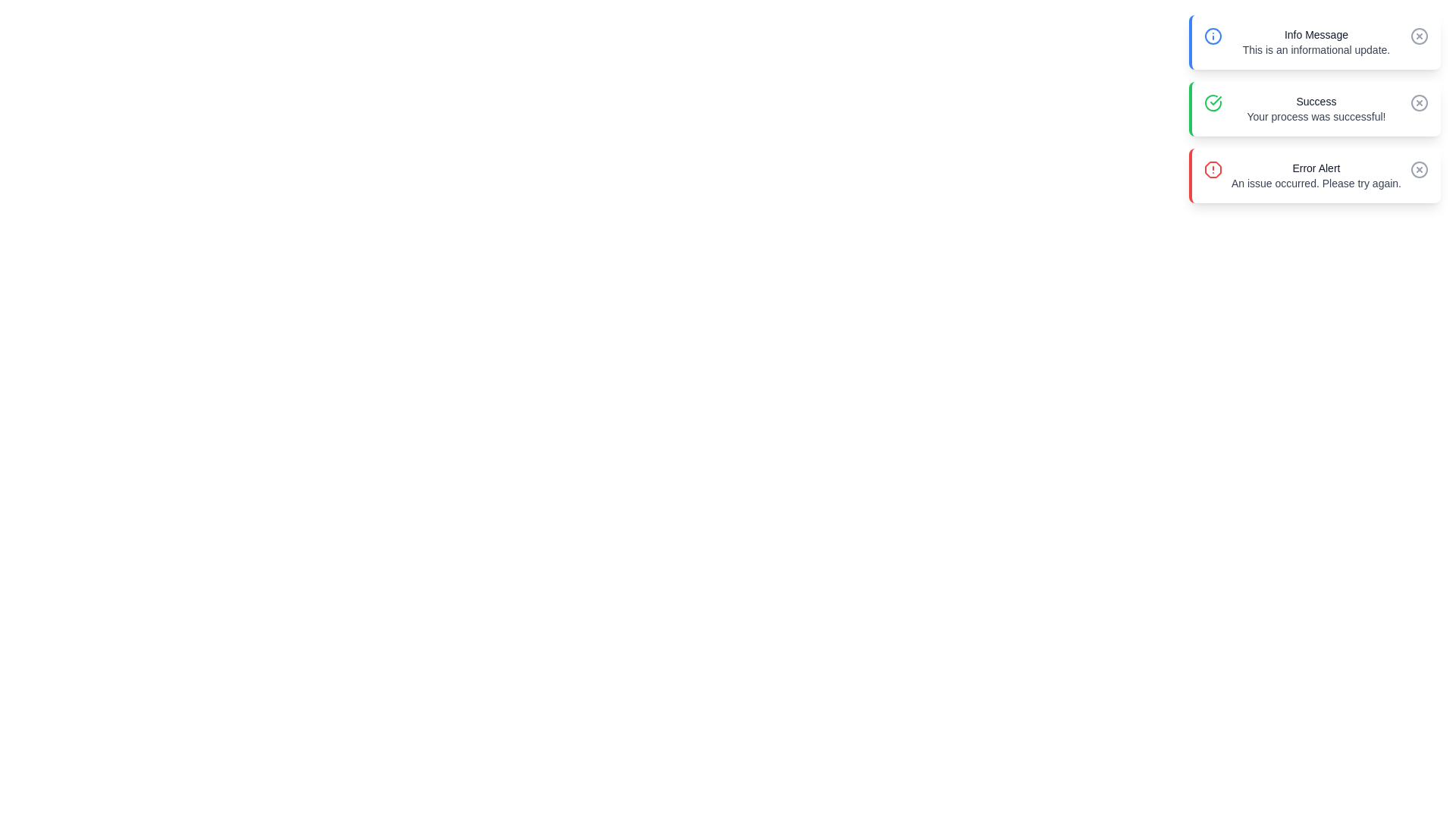  I want to click on the outermost circular boundary of the close icon group in the 'Error Alert' message, which serves as a decorative element, so click(1419, 102).